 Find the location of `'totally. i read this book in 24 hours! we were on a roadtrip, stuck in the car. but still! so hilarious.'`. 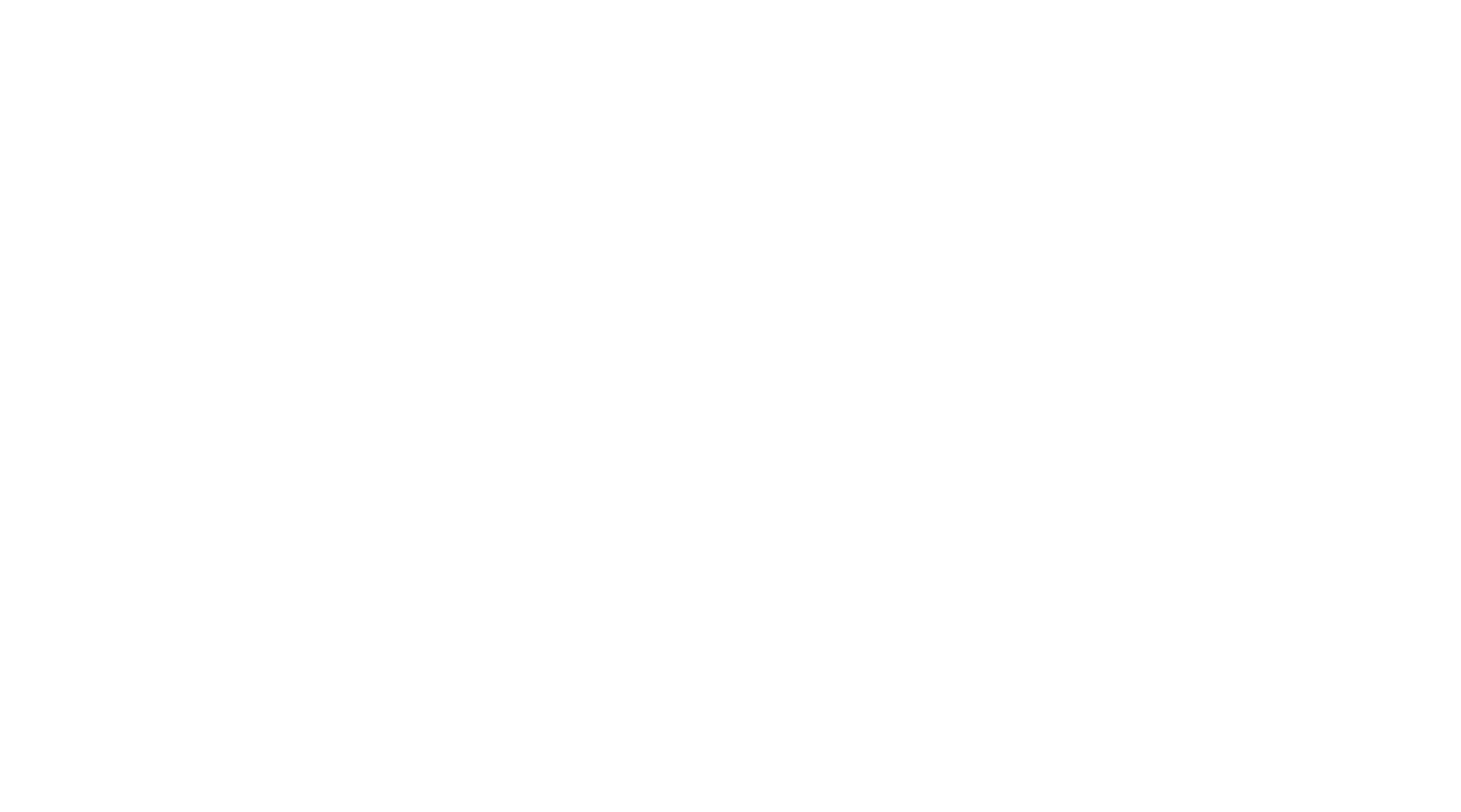

'totally. i read this book in 24 hours! we were on a roadtrip, stuck in the car. but still! so hilarious.' is located at coordinates (528, 331).